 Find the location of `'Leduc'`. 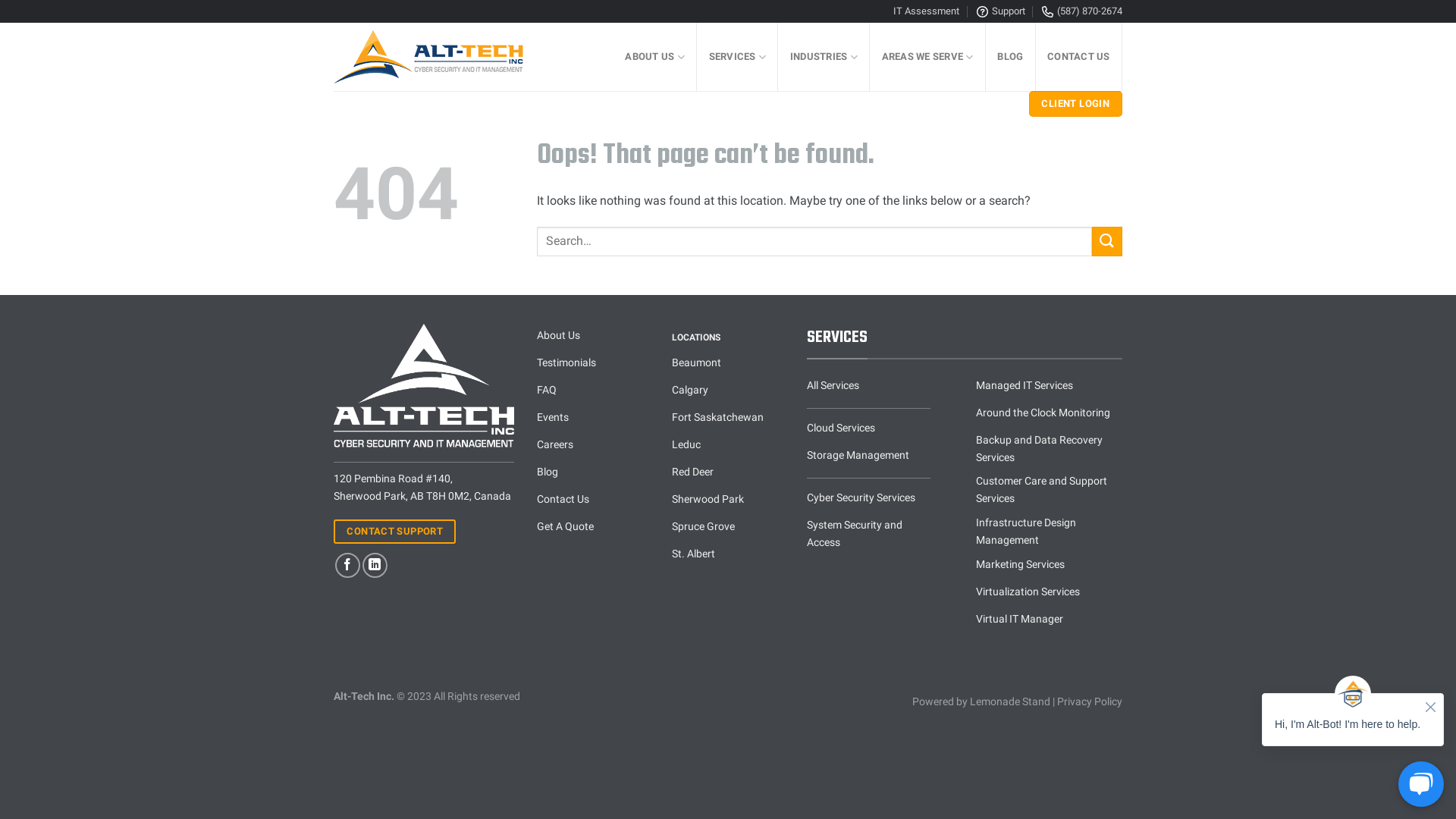

'Leduc' is located at coordinates (728, 446).